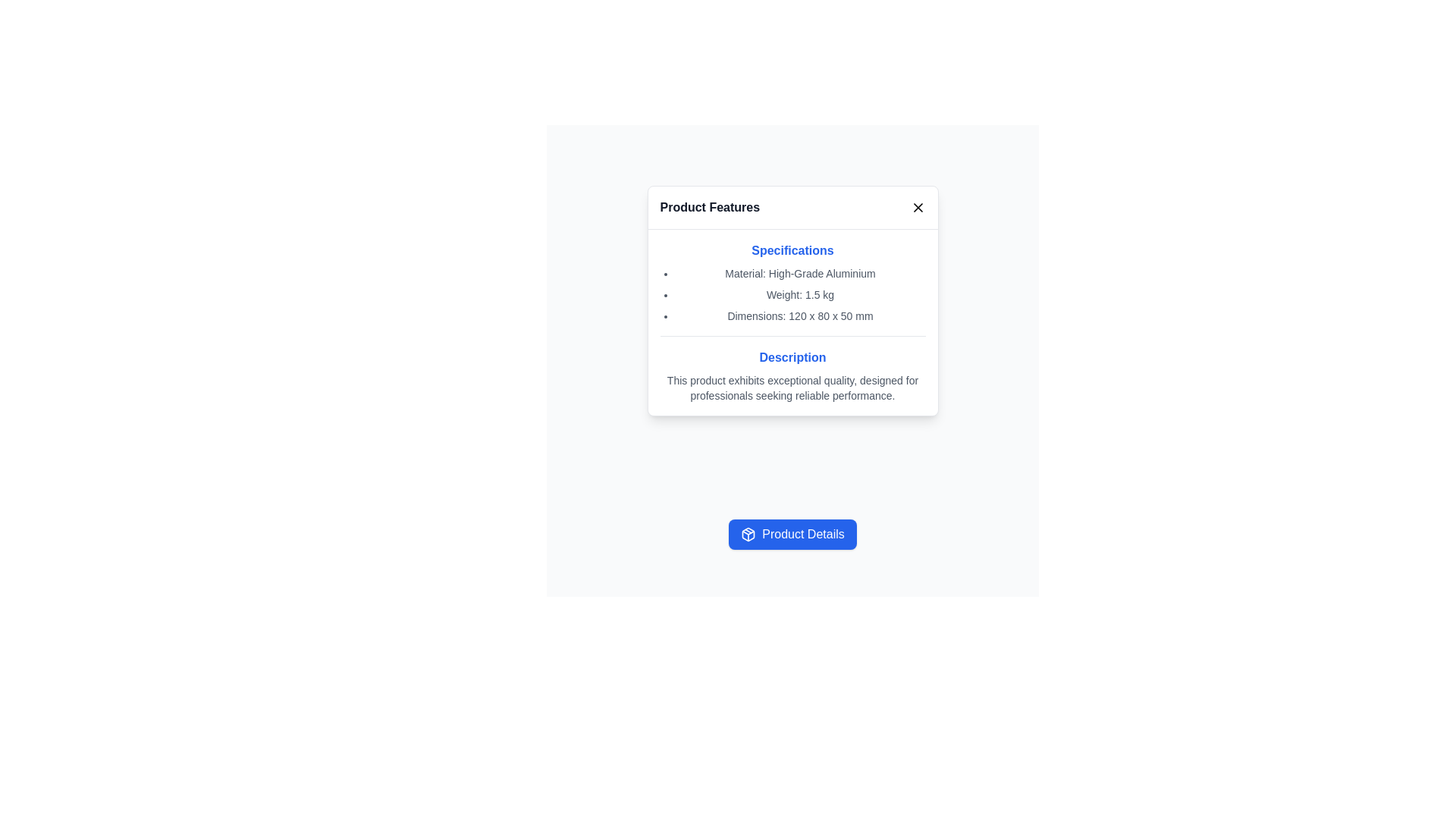  I want to click on first item in the bullet-point list under the 'Specifications' heading, which describes the material used in the product, so click(799, 274).